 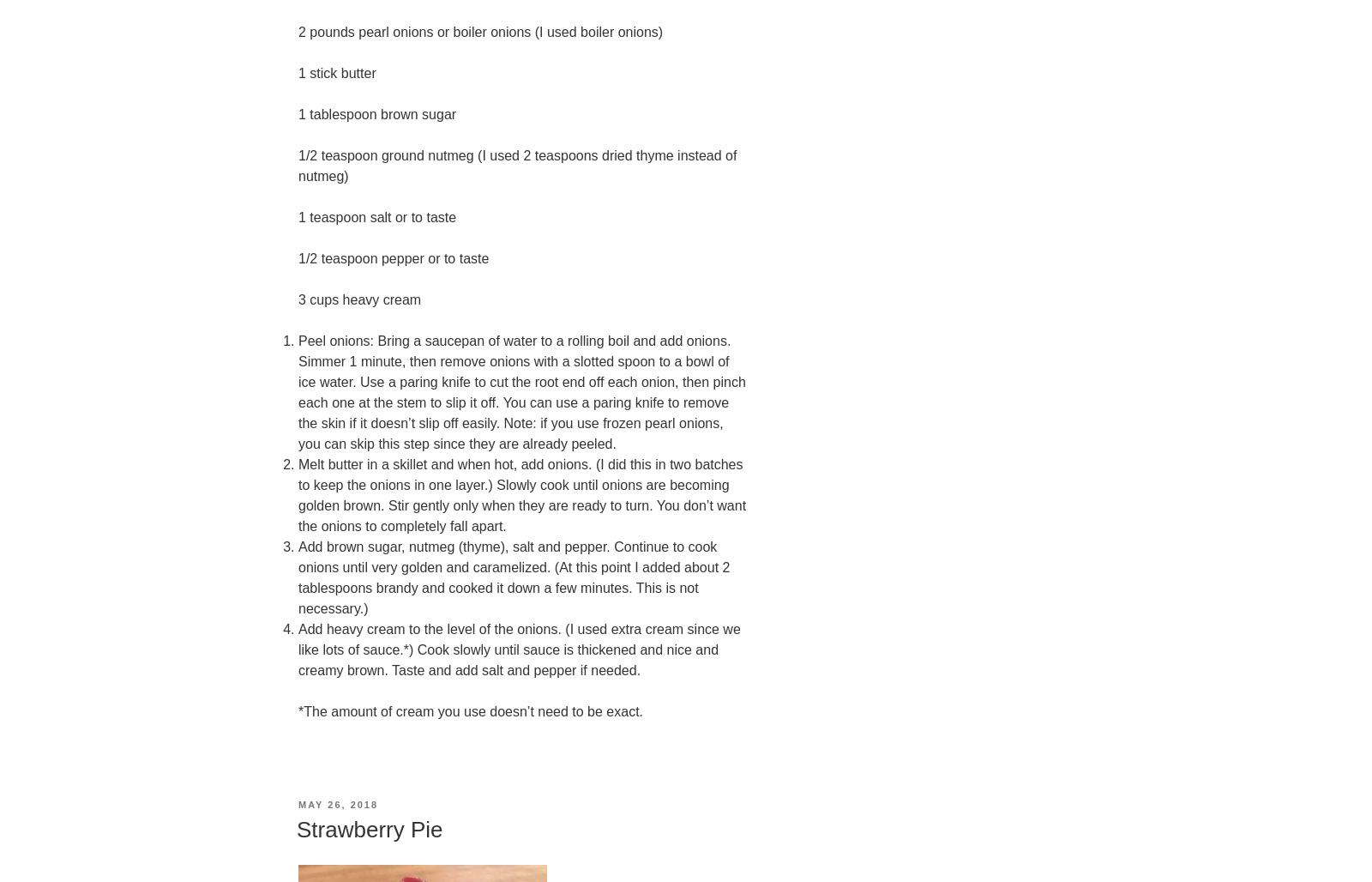 I want to click on '3 cups heavy cream', so click(x=298, y=299).